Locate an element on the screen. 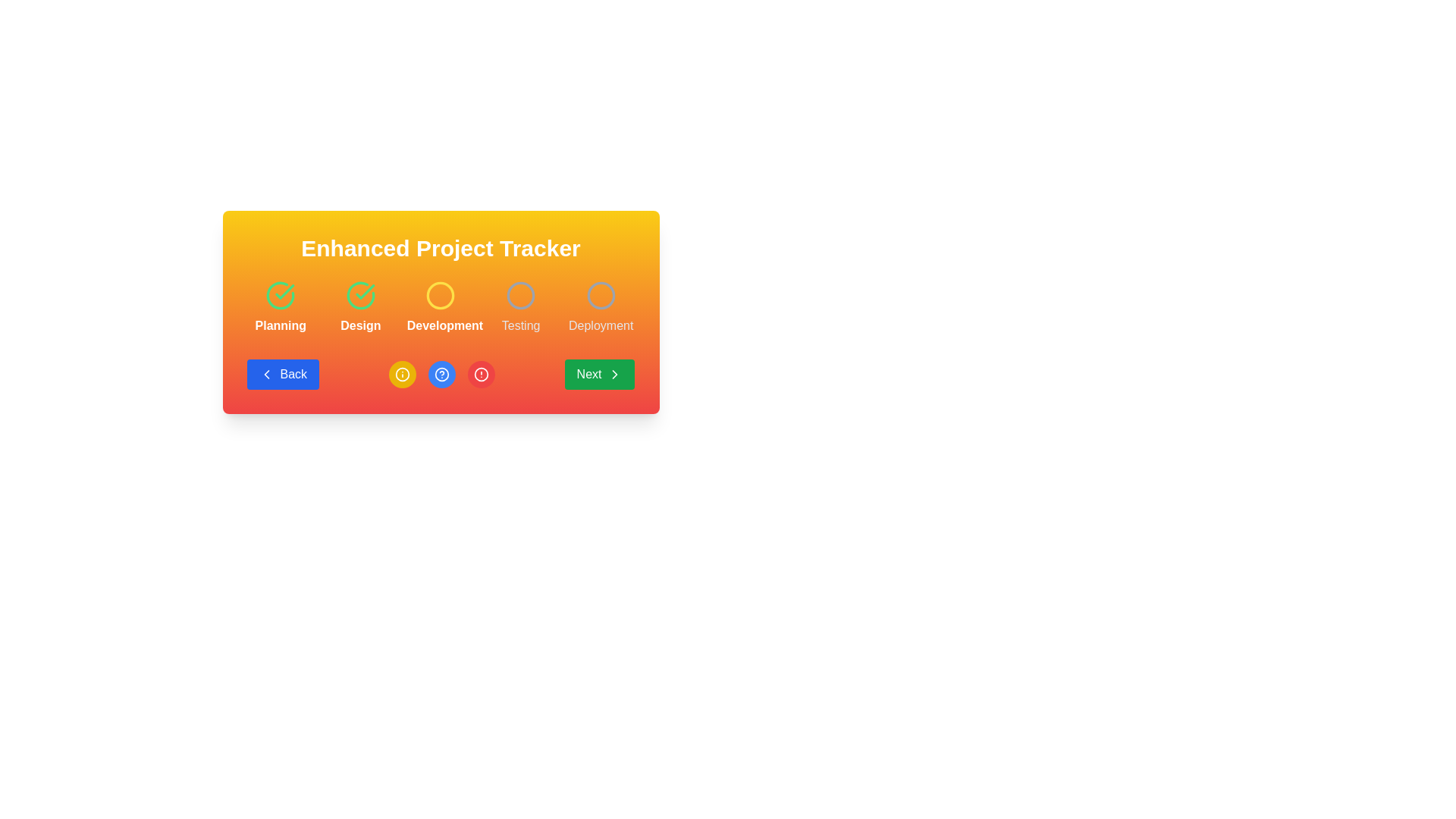  the circular red icon that is part of the notification or alert symbol, positioned below the text 'Enhanced Project Tracker' as the third item in the row of circular buttons is located at coordinates (480, 374).